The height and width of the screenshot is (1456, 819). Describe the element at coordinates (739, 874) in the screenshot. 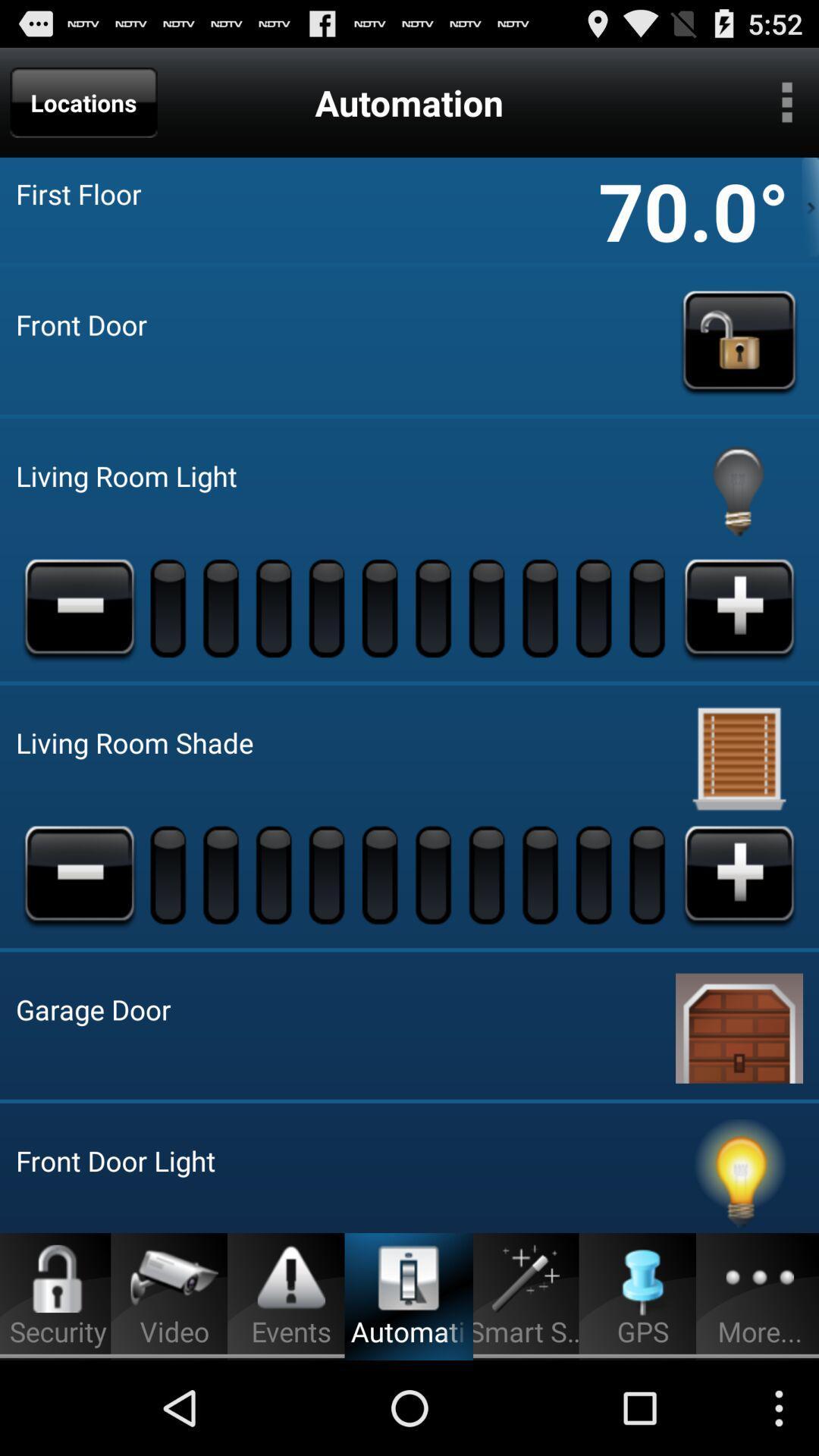

I see `locatoin add` at that location.